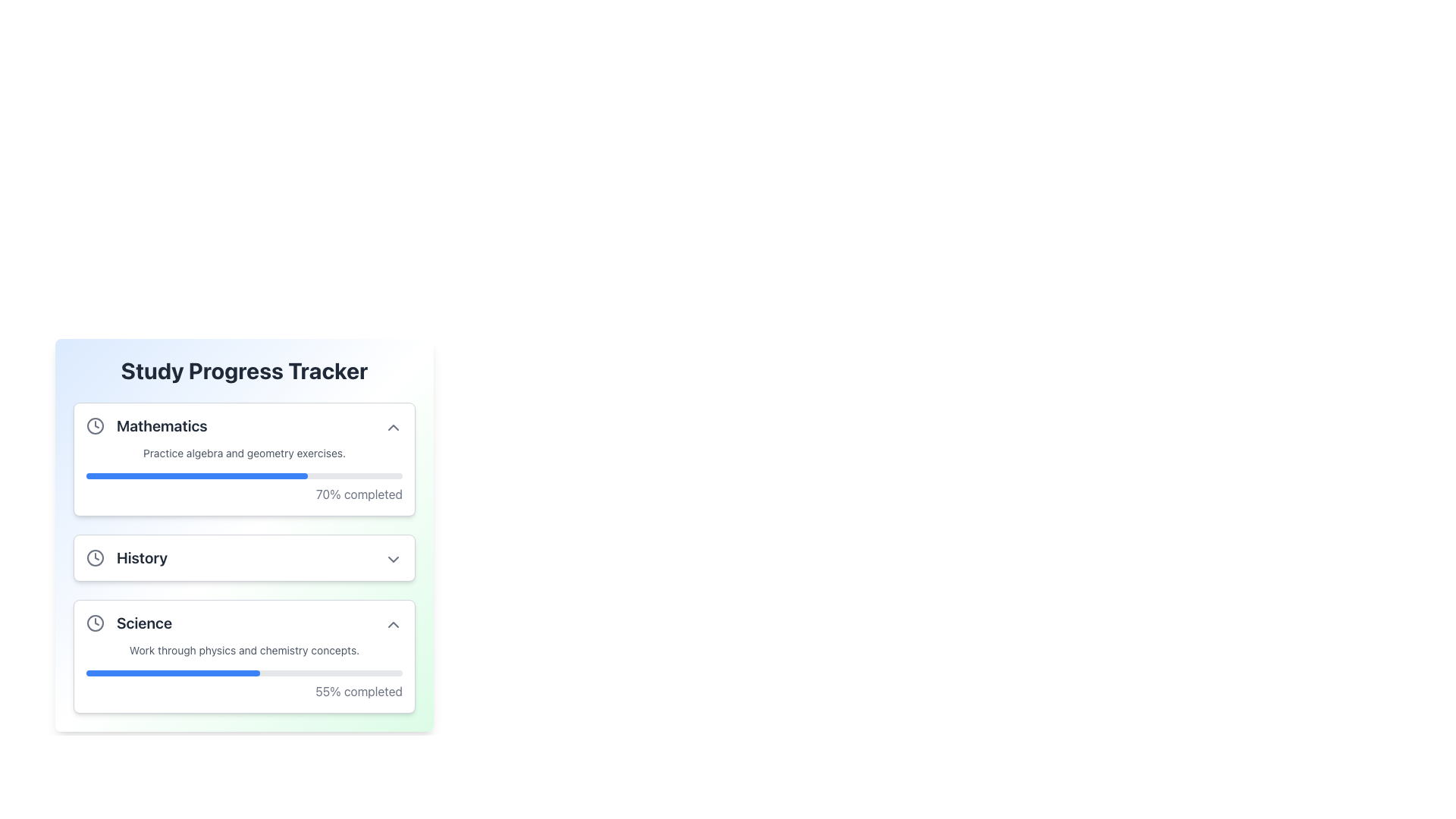 Image resolution: width=1456 pixels, height=819 pixels. What do you see at coordinates (173, 672) in the screenshot?
I see `the progress indicator bar that visually represents a 55% completion metric, located within the 'Science' progress tracking card` at bounding box center [173, 672].